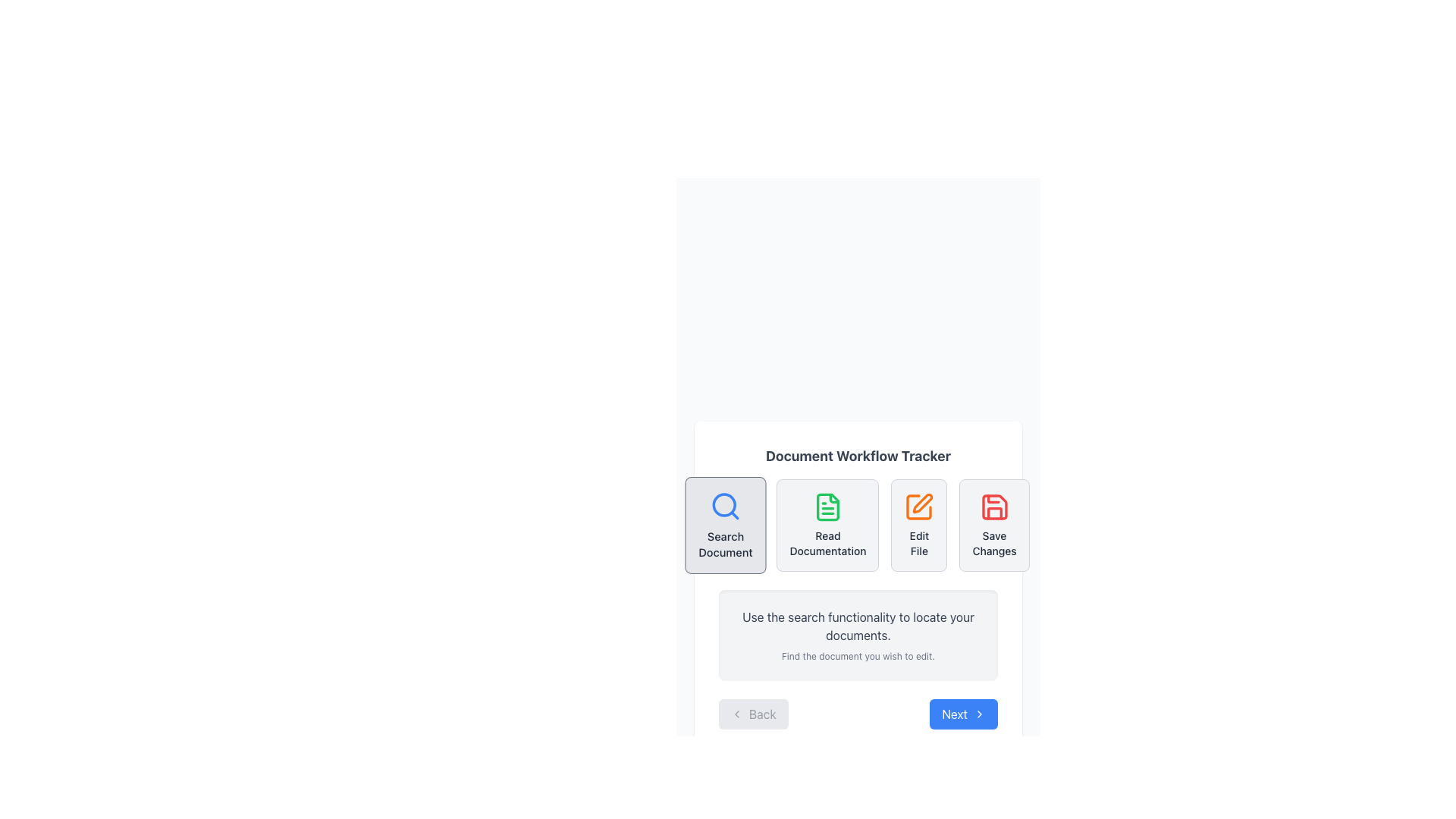 The height and width of the screenshot is (819, 1456). What do you see at coordinates (827, 507) in the screenshot?
I see `the green document icon labeled 'Read Documentation' located in the top row between 'Search Document' and 'Edit File'` at bounding box center [827, 507].